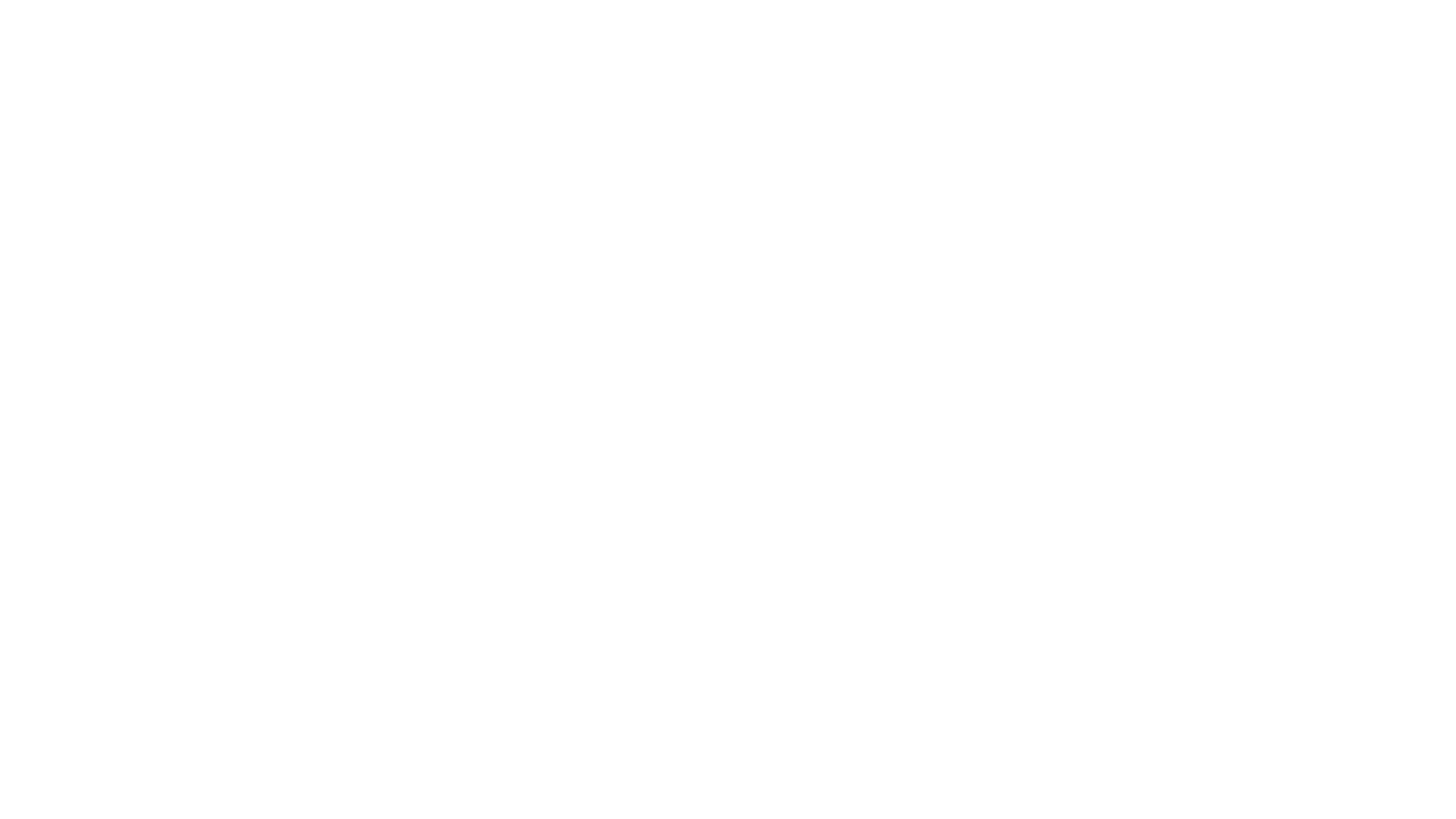 The height and width of the screenshot is (819, 1456). Describe the element at coordinates (1301, 718) in the screenshot. I see `Accept All Cookies` at that location.